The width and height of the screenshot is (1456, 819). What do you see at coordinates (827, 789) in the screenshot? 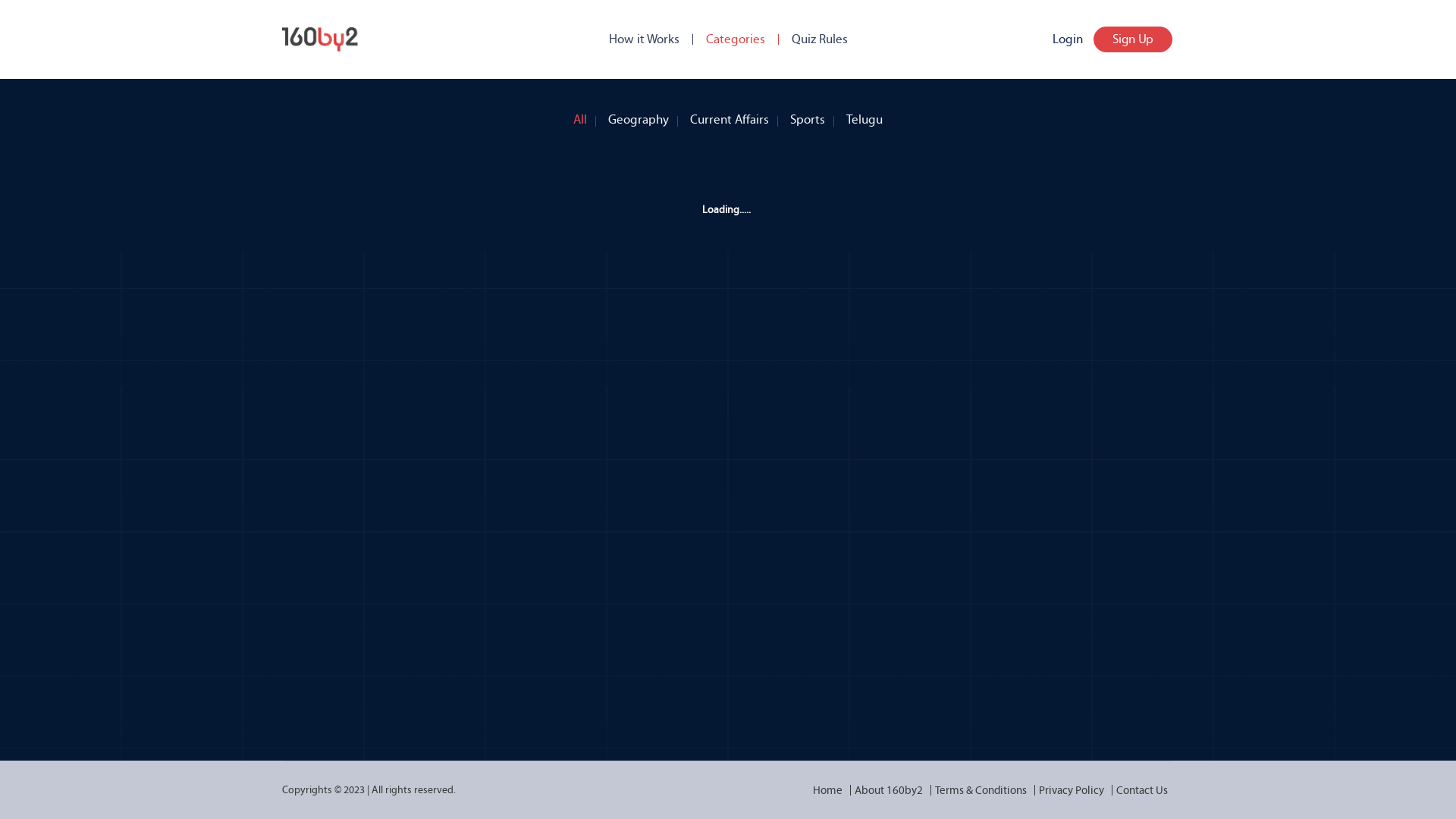
I see `'Home'` at bounding box center [827, 789].